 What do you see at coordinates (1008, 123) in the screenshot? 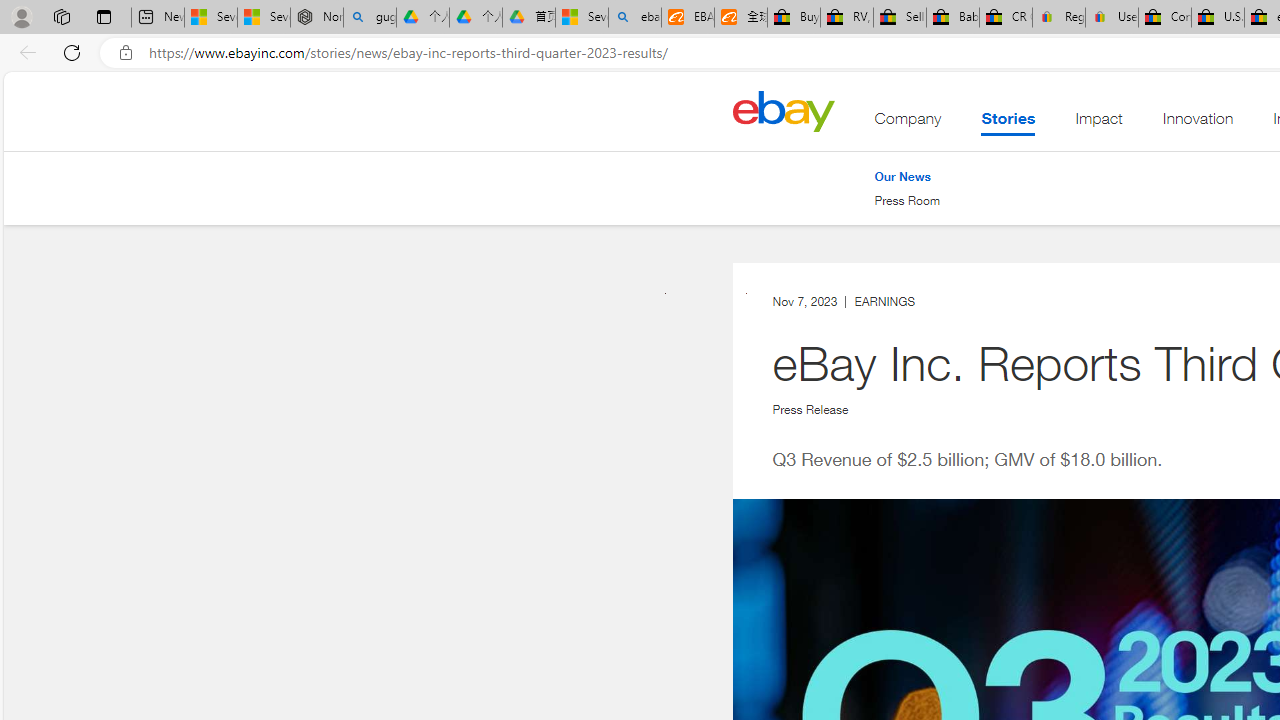
I see `'Stories . This is the current section.'` at bounding box center [1008, 123].